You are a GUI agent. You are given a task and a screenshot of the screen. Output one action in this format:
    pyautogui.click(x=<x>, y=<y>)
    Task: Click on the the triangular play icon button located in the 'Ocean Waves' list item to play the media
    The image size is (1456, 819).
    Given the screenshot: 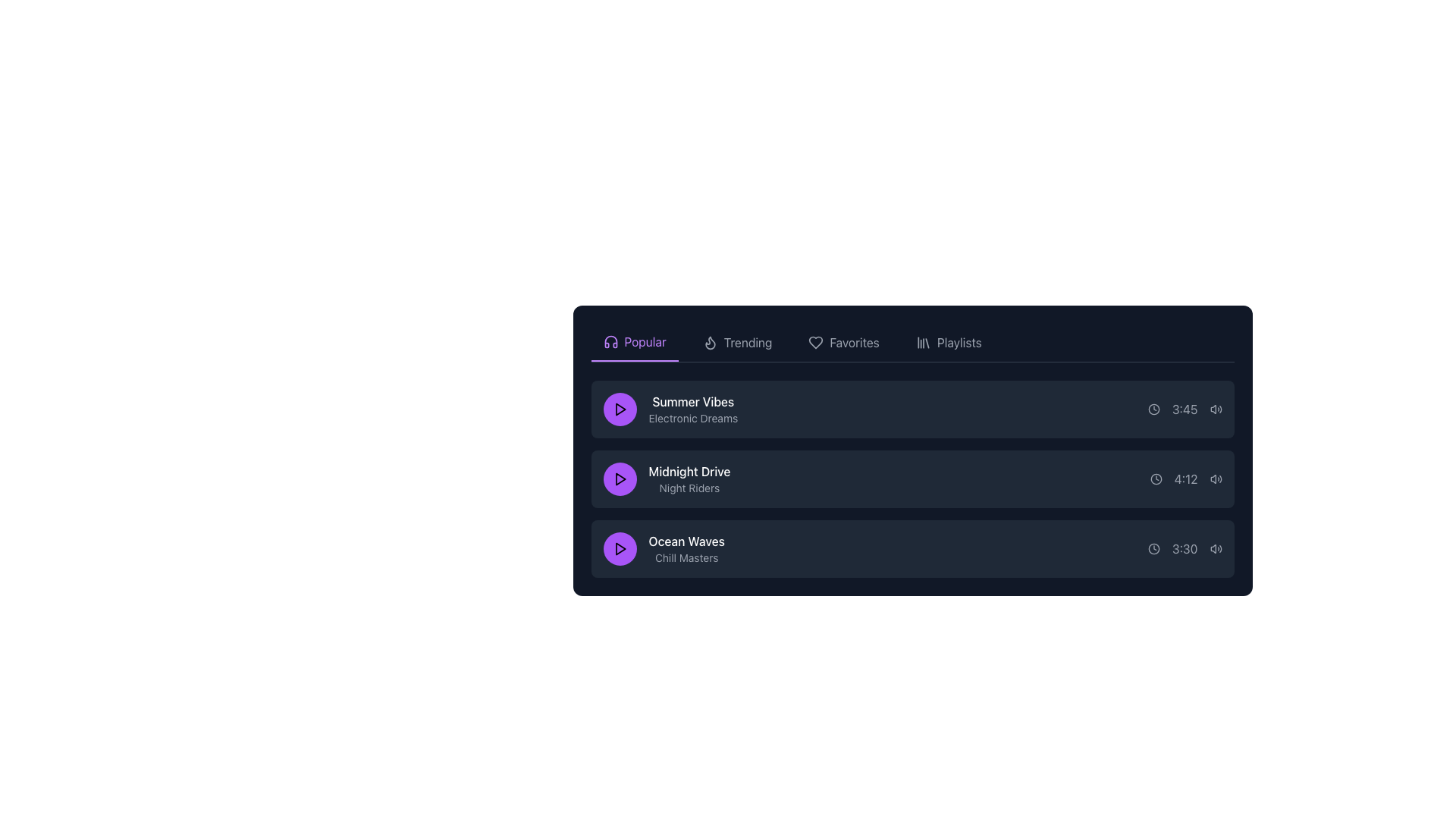 What is the action you would take?
    pyautogui.click(x=620, y=549)
    